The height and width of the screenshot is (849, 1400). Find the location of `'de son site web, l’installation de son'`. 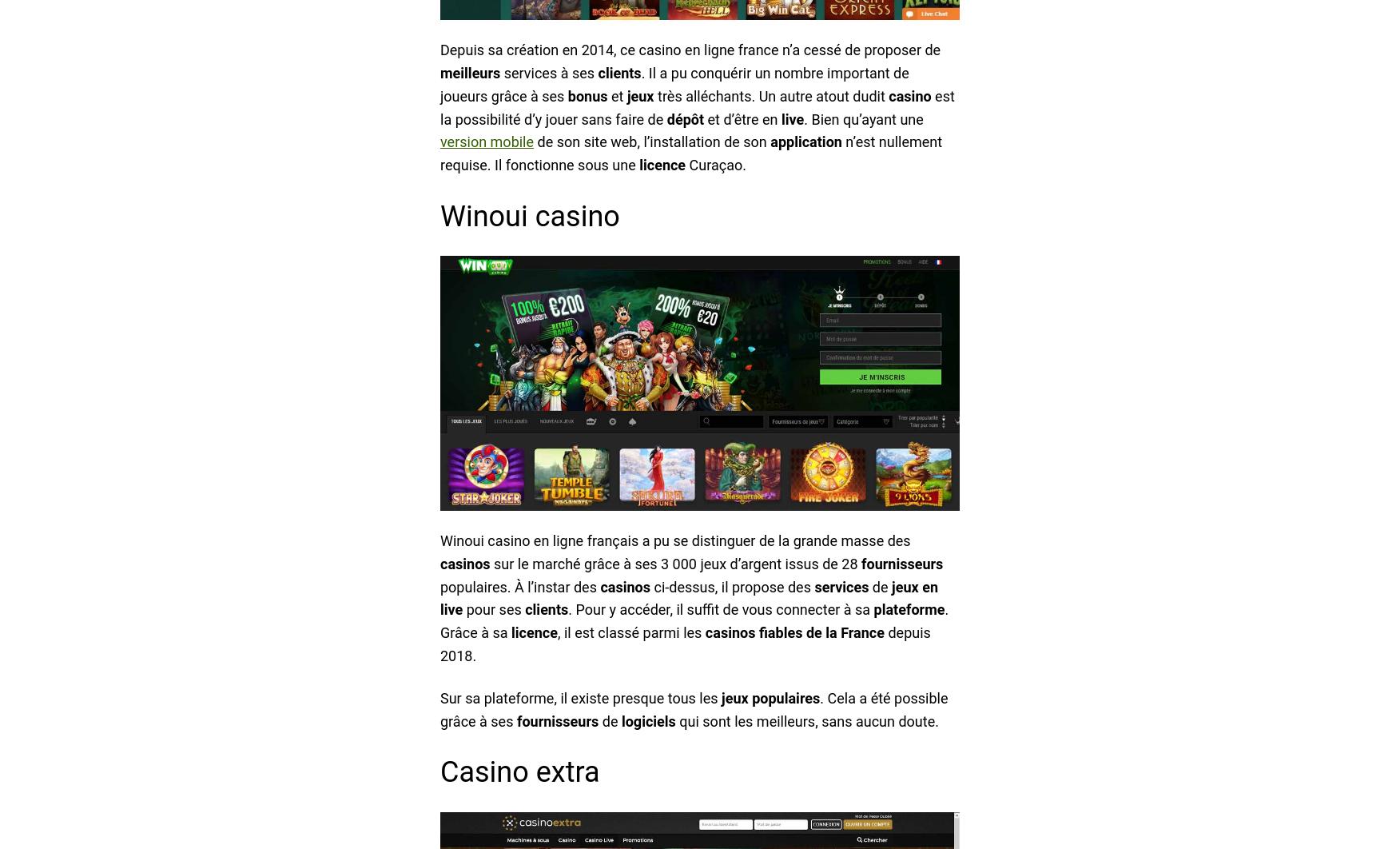

'de son site web, l’installation de son' is located at coordinates (651, 141).